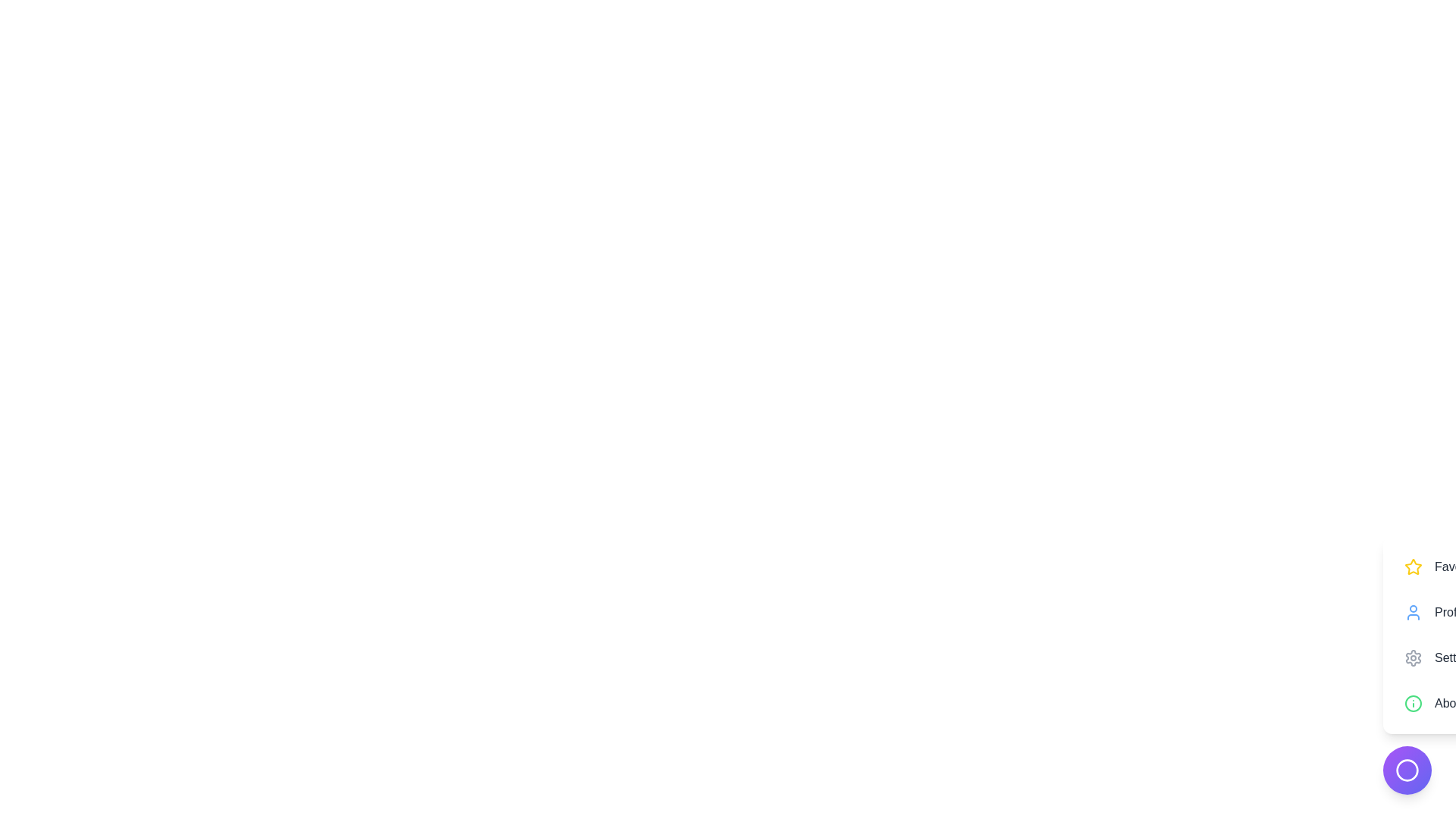 The height and width of the screenshot is (819, 1456). I want to click on central button to toggle the speed dial menu, so click(1407, 770).